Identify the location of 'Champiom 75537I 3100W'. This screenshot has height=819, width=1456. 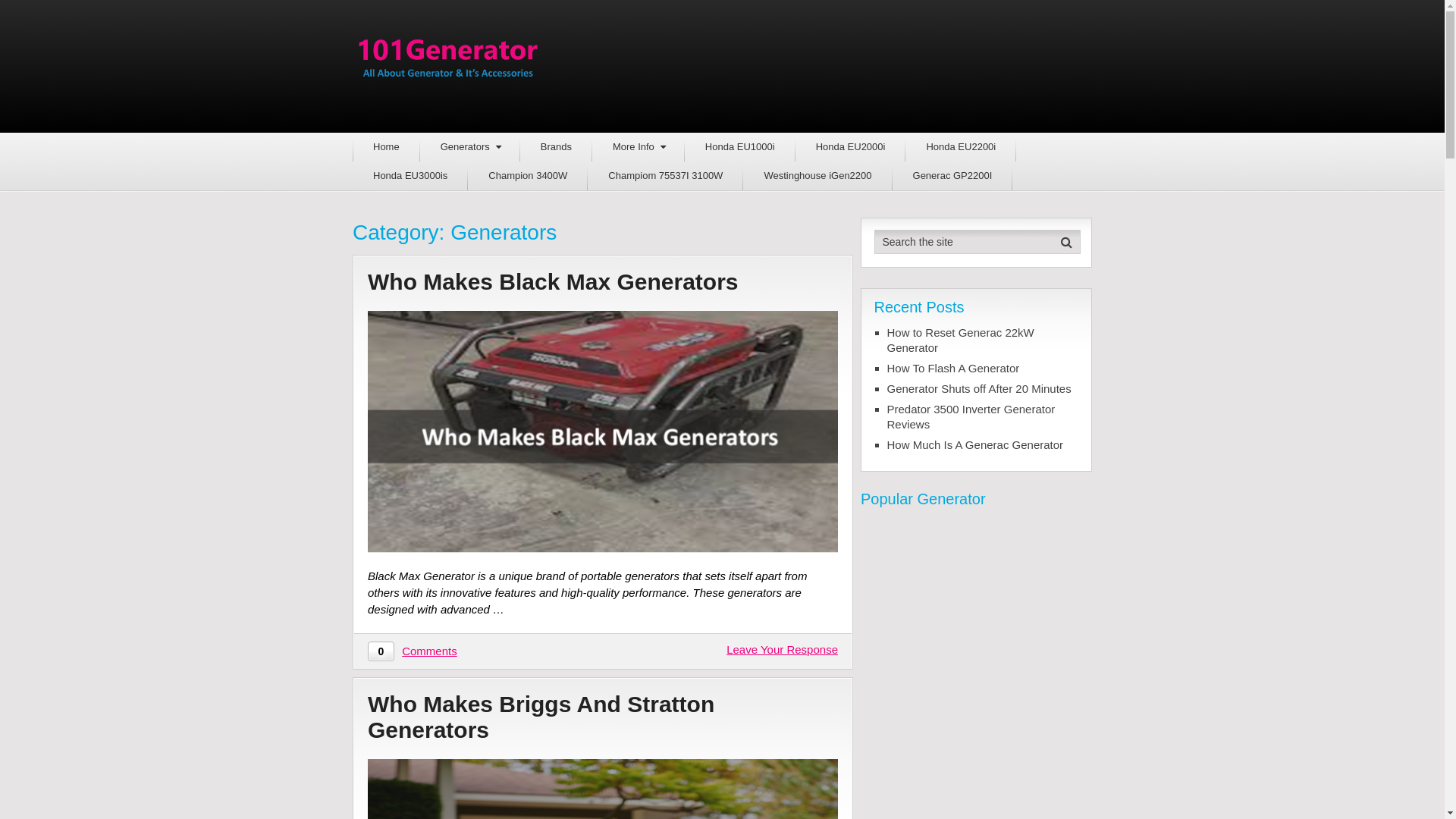
(586, 174).